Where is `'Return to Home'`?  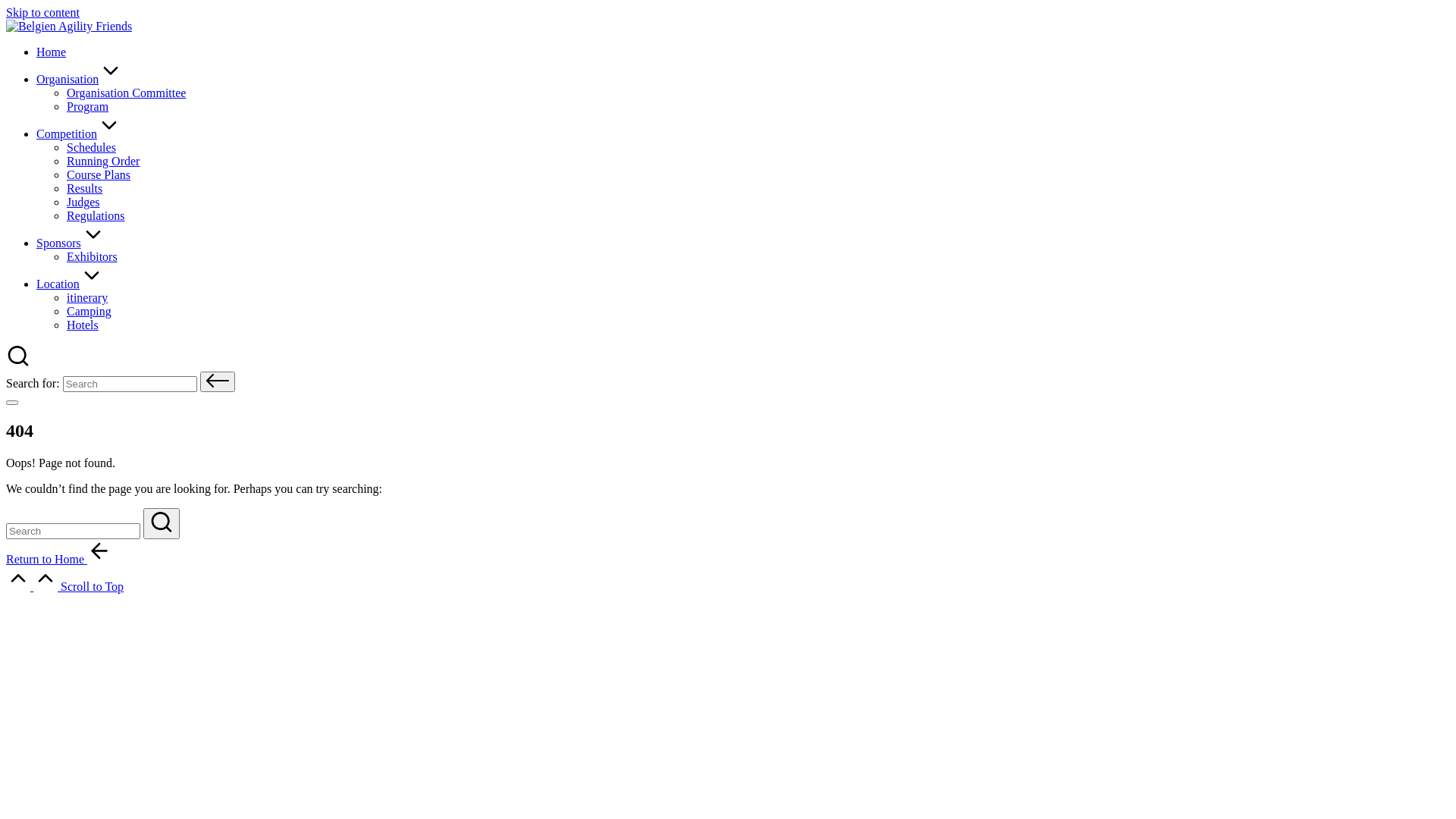
'Return to Home' is located at coordinates (58, 559).